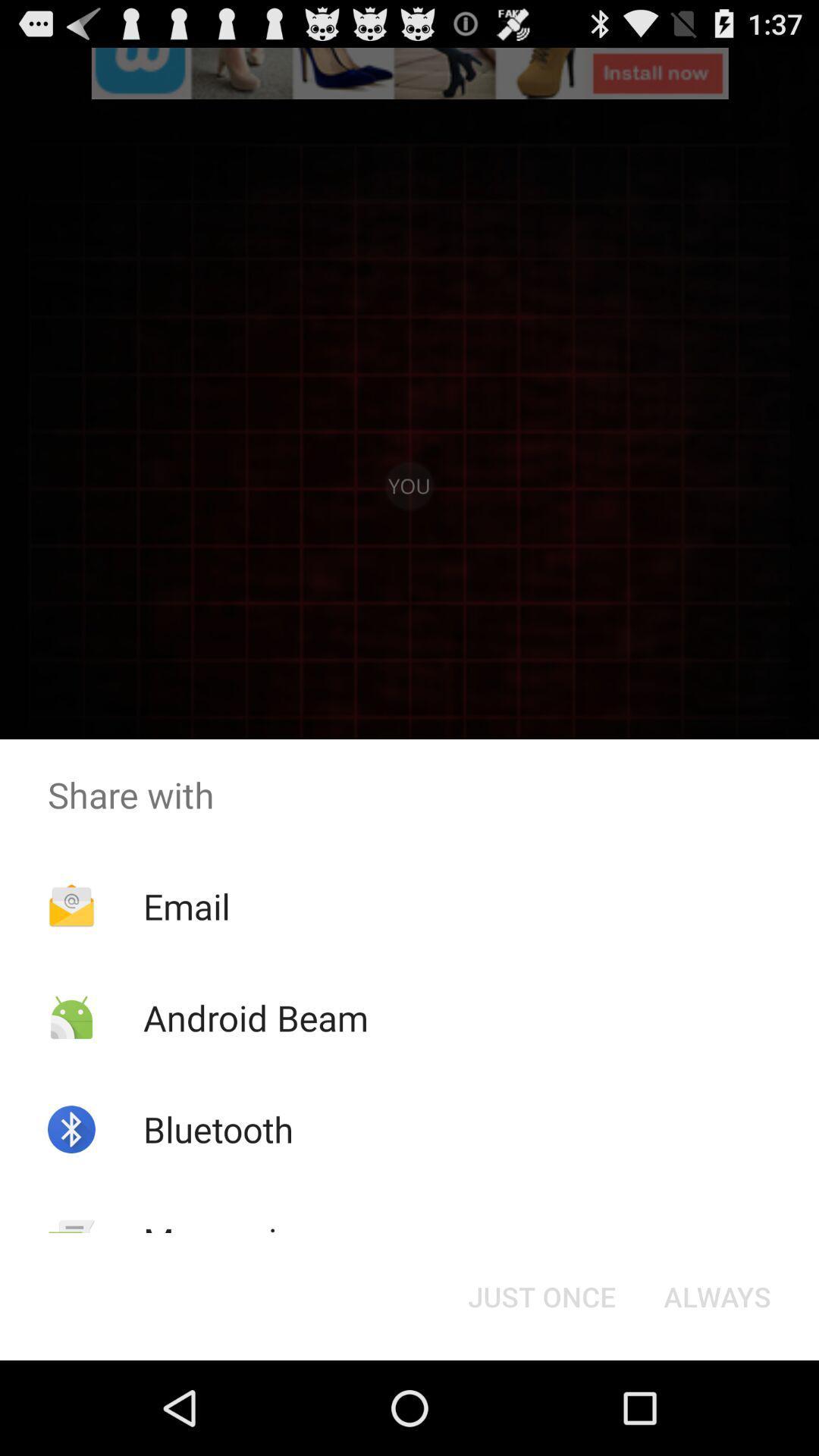 This screenshot has width=819, height=1456. Describe the element at coordinates (717, 1295) in the screenshot. I see `the button to the right of just once item` at that location.